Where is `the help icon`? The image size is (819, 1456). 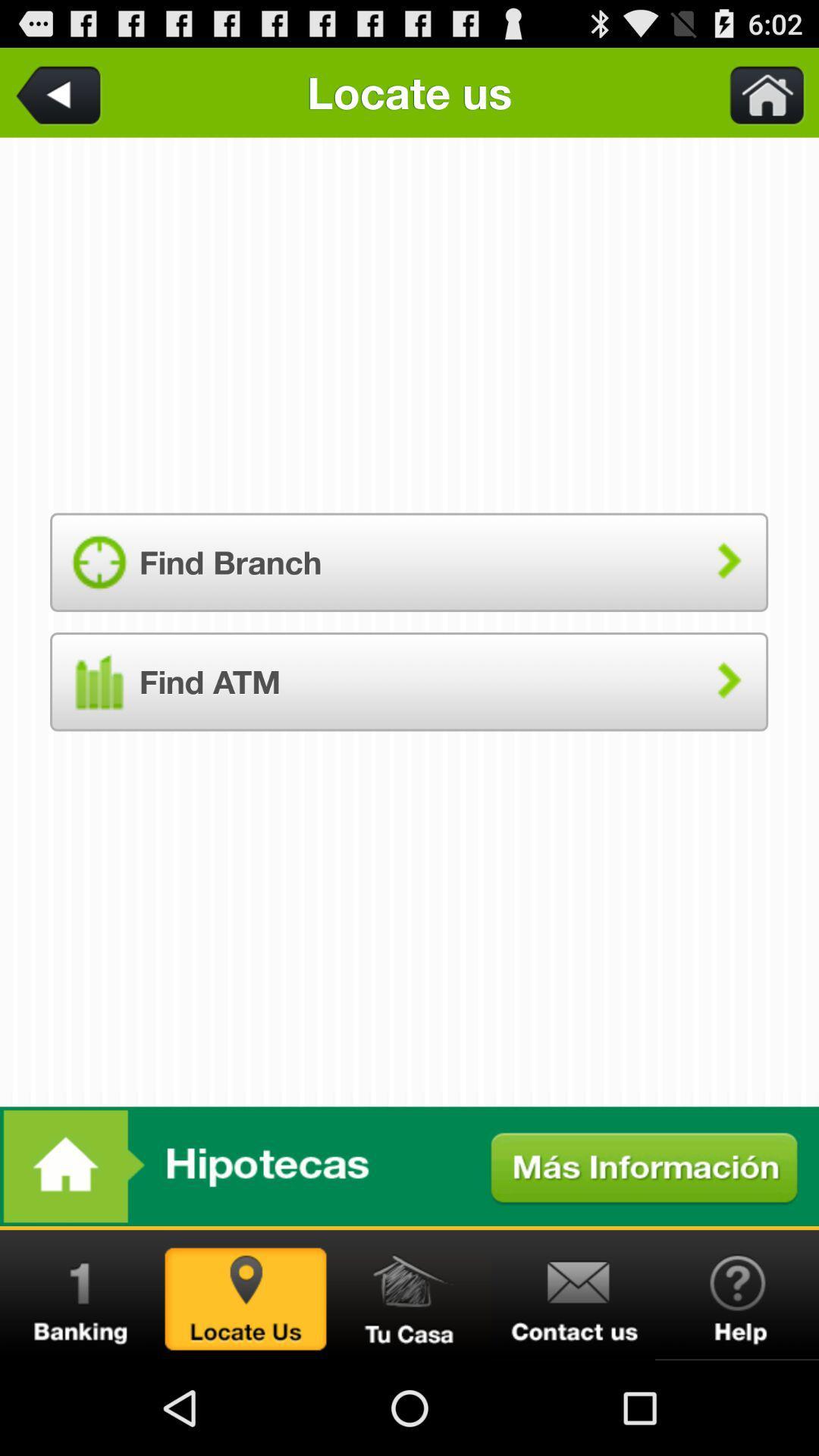 the help icon is located at coordinates (736, 1386).